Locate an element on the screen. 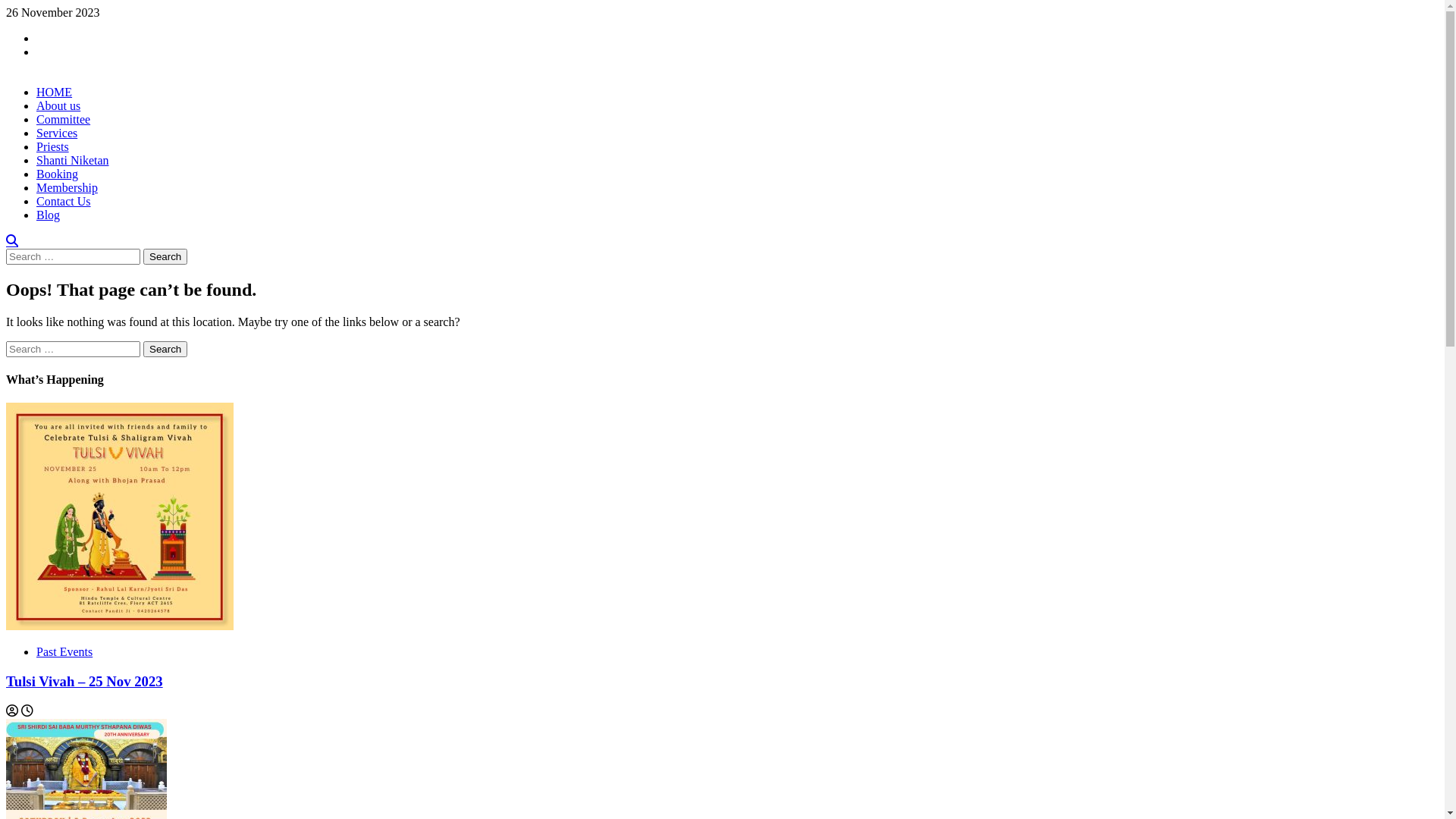  'Skip to content' is located at coordinates (5, 5).